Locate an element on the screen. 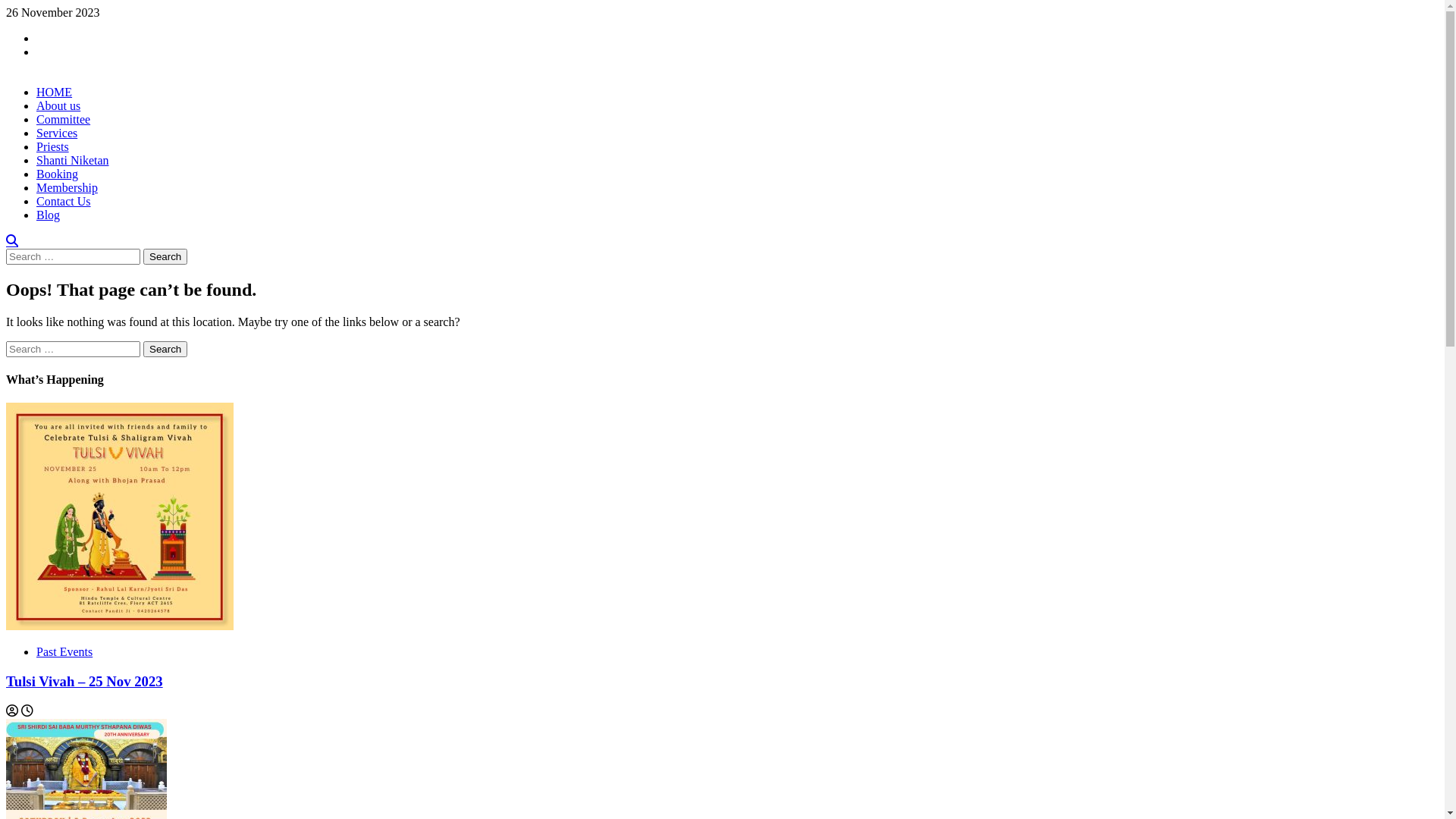  'Skip to content' is located at coordinates (5, 5).